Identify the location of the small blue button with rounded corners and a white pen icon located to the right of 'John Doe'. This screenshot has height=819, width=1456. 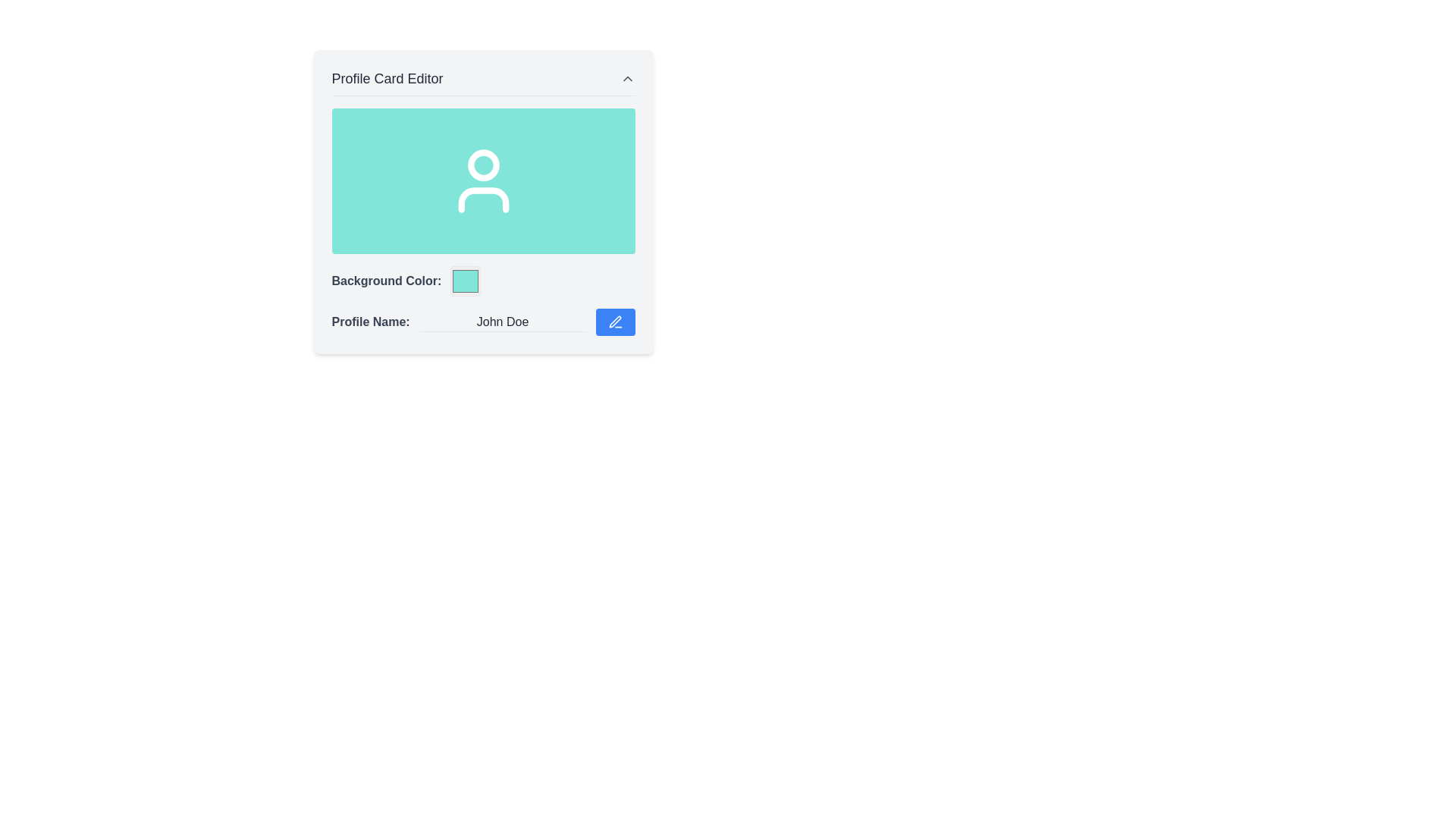
(615, 321).